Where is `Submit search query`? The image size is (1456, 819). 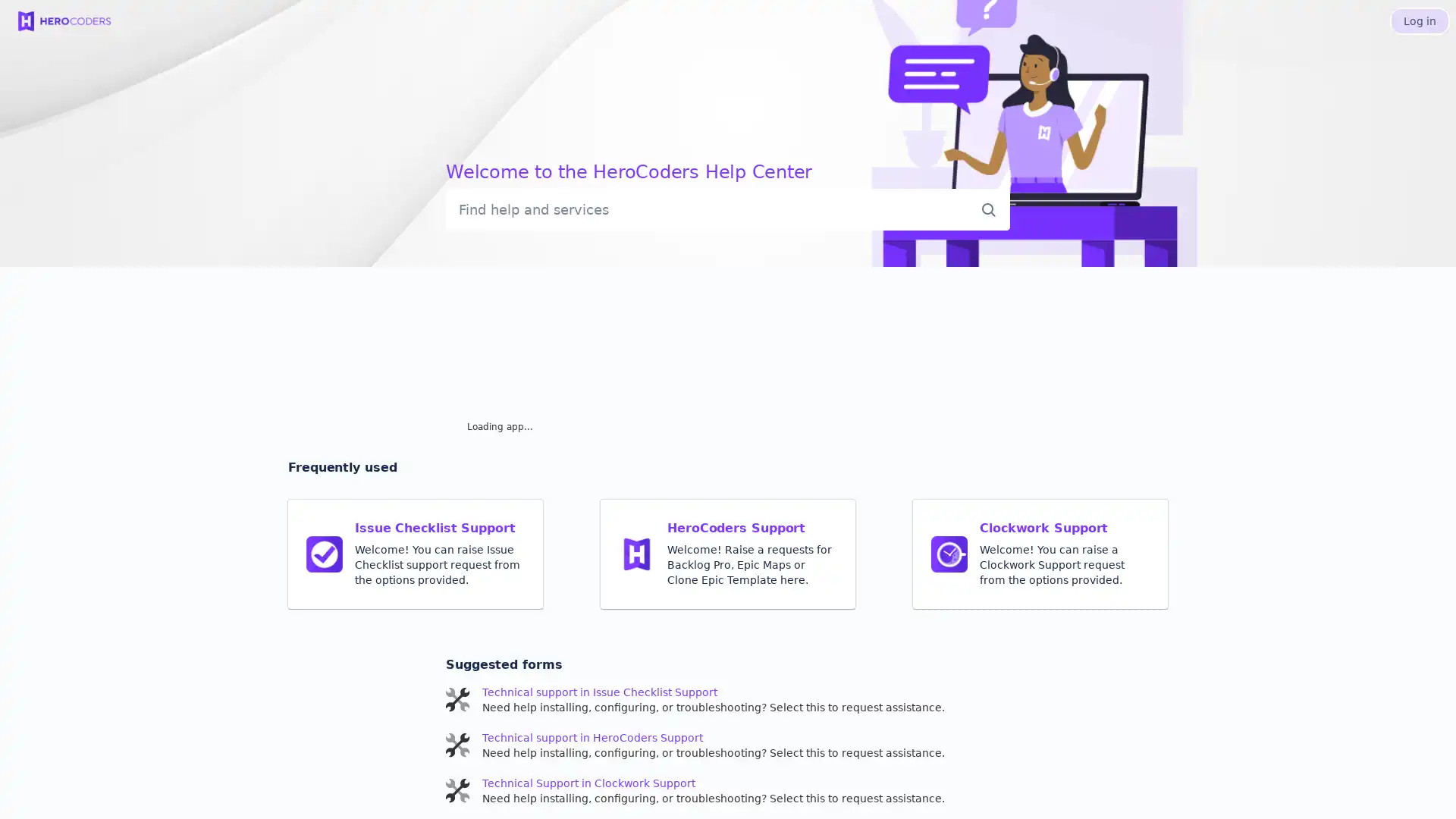
Submit search query is located at coordinates (989, 209).